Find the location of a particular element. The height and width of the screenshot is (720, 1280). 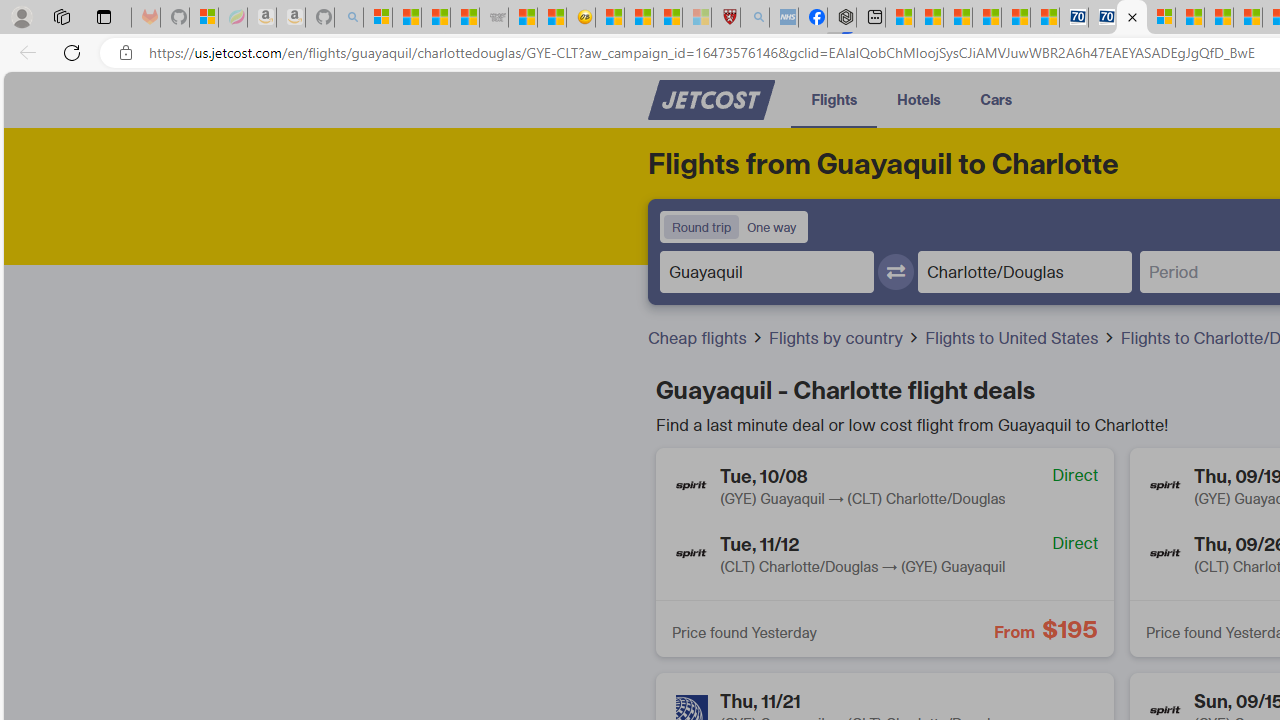

'Flights by country' is located at coordinates (844, 337).